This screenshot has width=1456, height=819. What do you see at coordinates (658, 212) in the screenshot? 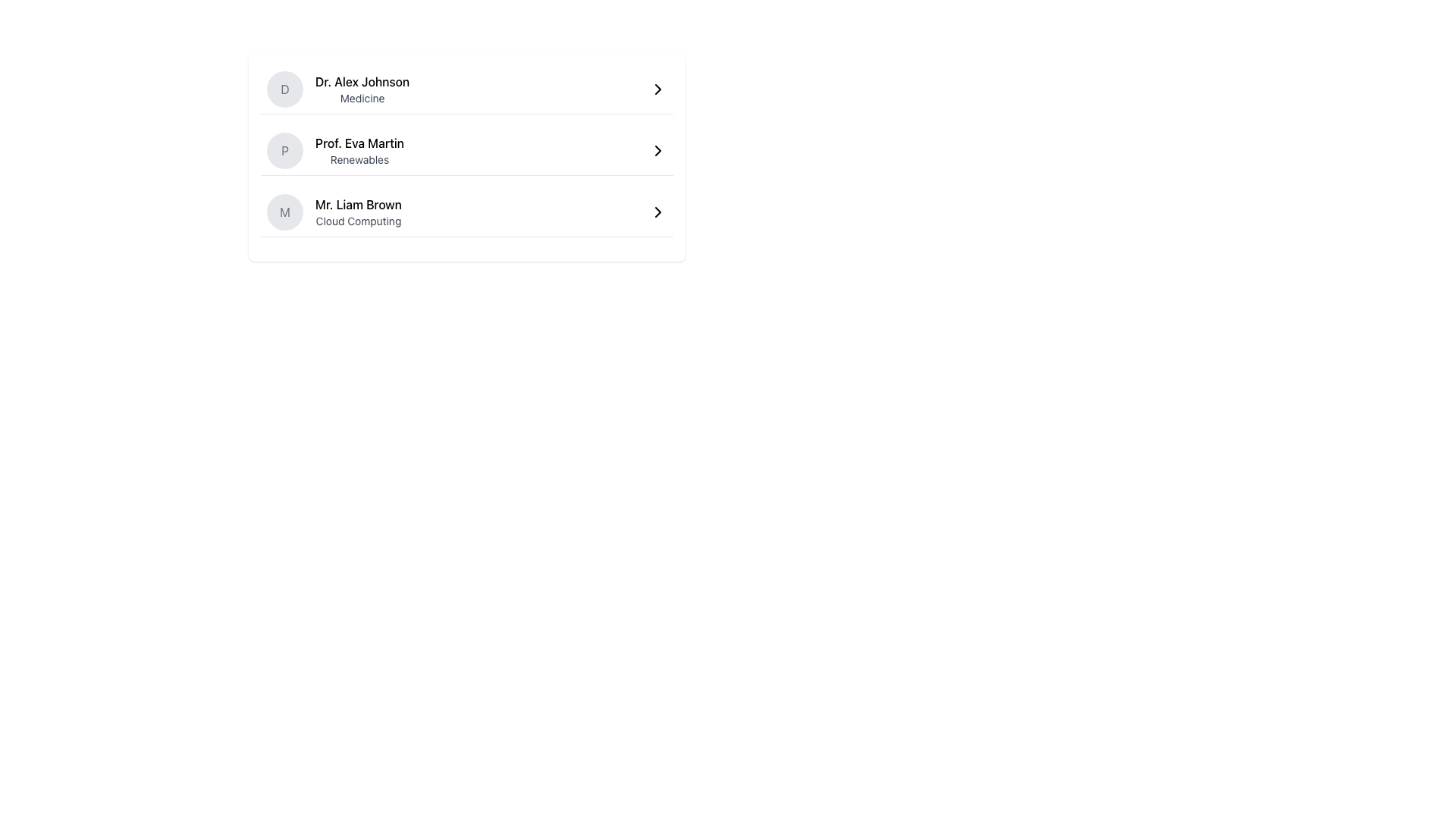
I see `the right-facing Chevron Icon positioned to the far-right of the 'Mr. Liam Brown' entry` at bounding box center [658, 212].